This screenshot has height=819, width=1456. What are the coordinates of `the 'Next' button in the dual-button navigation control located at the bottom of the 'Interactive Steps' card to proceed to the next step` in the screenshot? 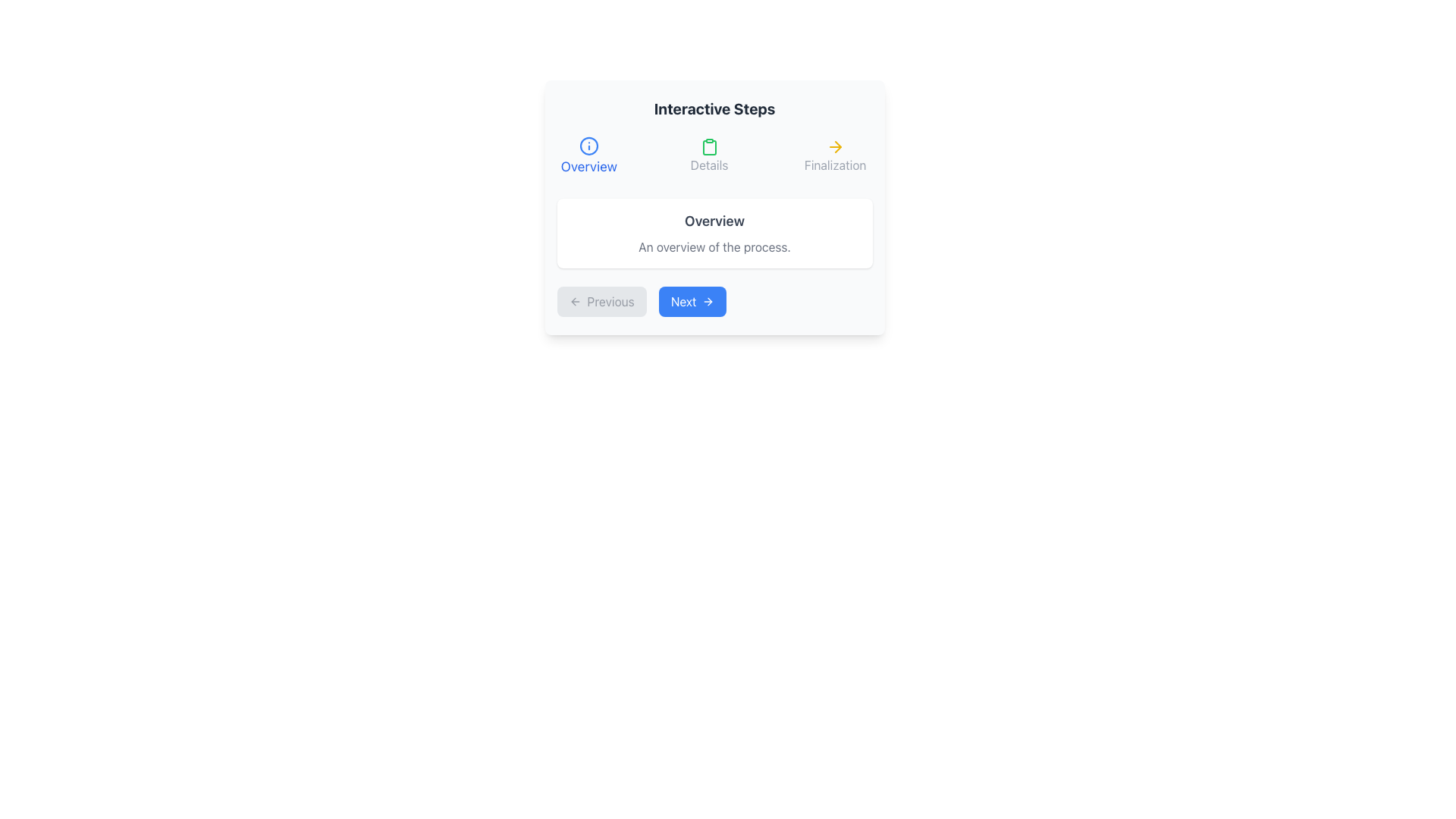 It's located at (714, 301).